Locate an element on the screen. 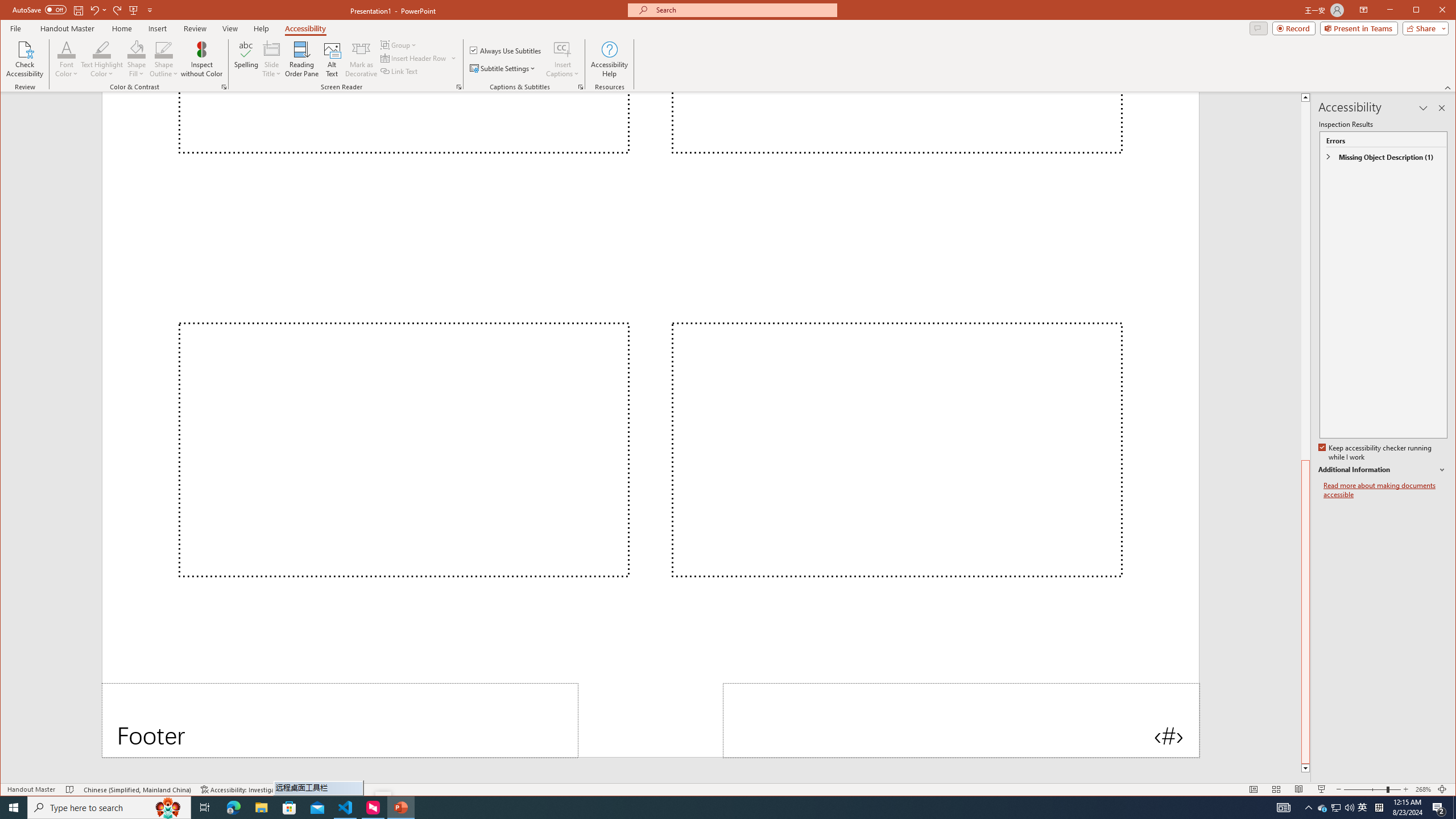 The height and width of the screenshot is (819, 1456). 'Accessibility' is located at coordinates (305, 28).